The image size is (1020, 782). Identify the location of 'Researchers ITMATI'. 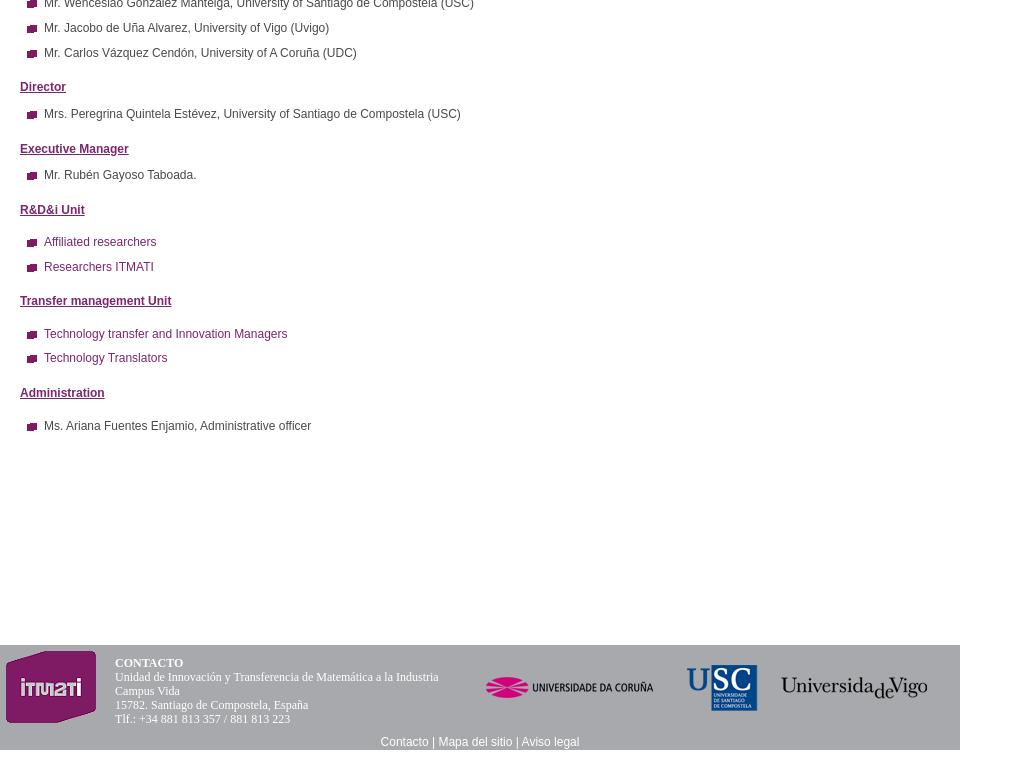
(97, 265).